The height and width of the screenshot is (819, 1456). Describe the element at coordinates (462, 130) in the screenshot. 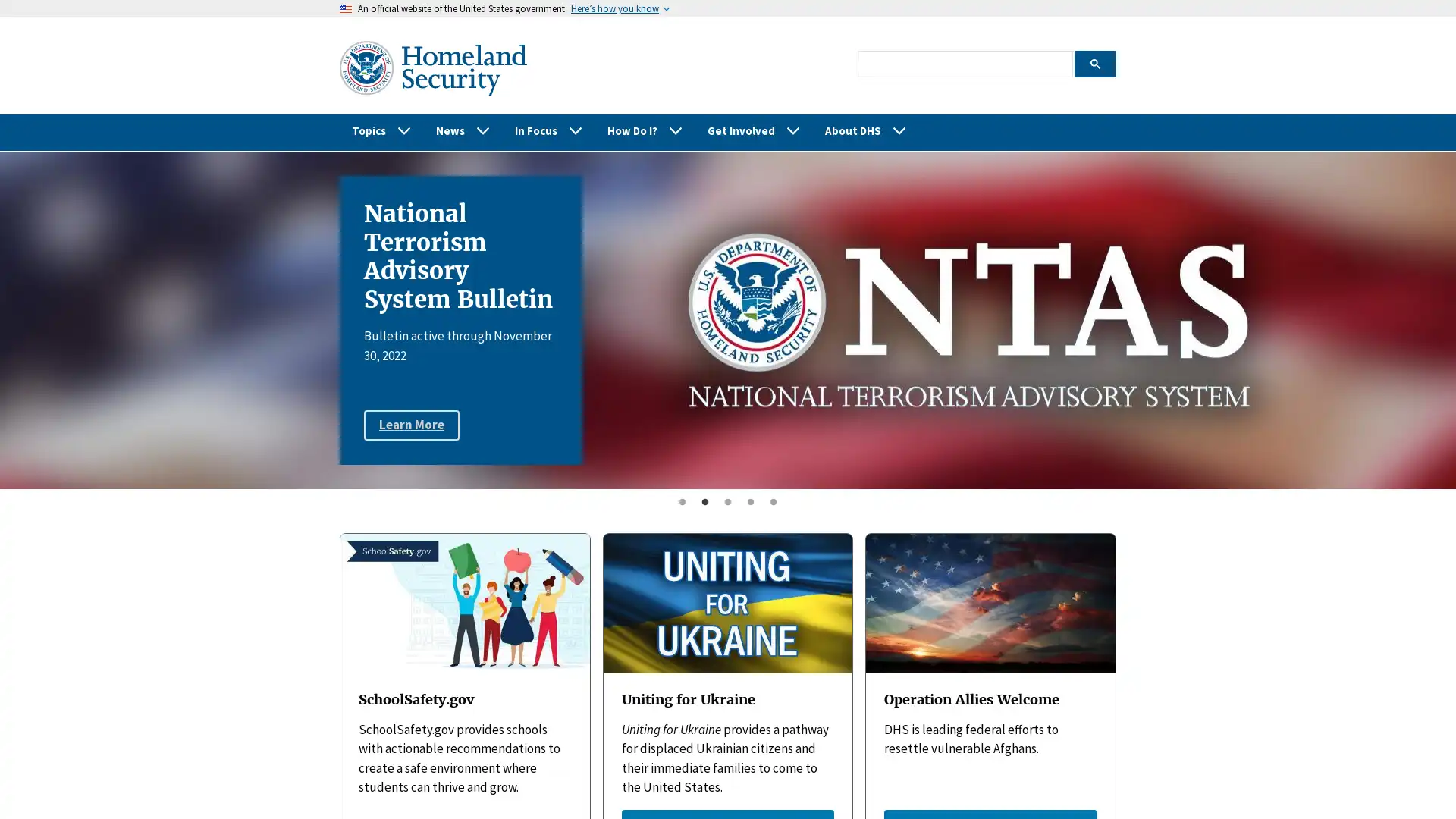

I see `News` at that location.